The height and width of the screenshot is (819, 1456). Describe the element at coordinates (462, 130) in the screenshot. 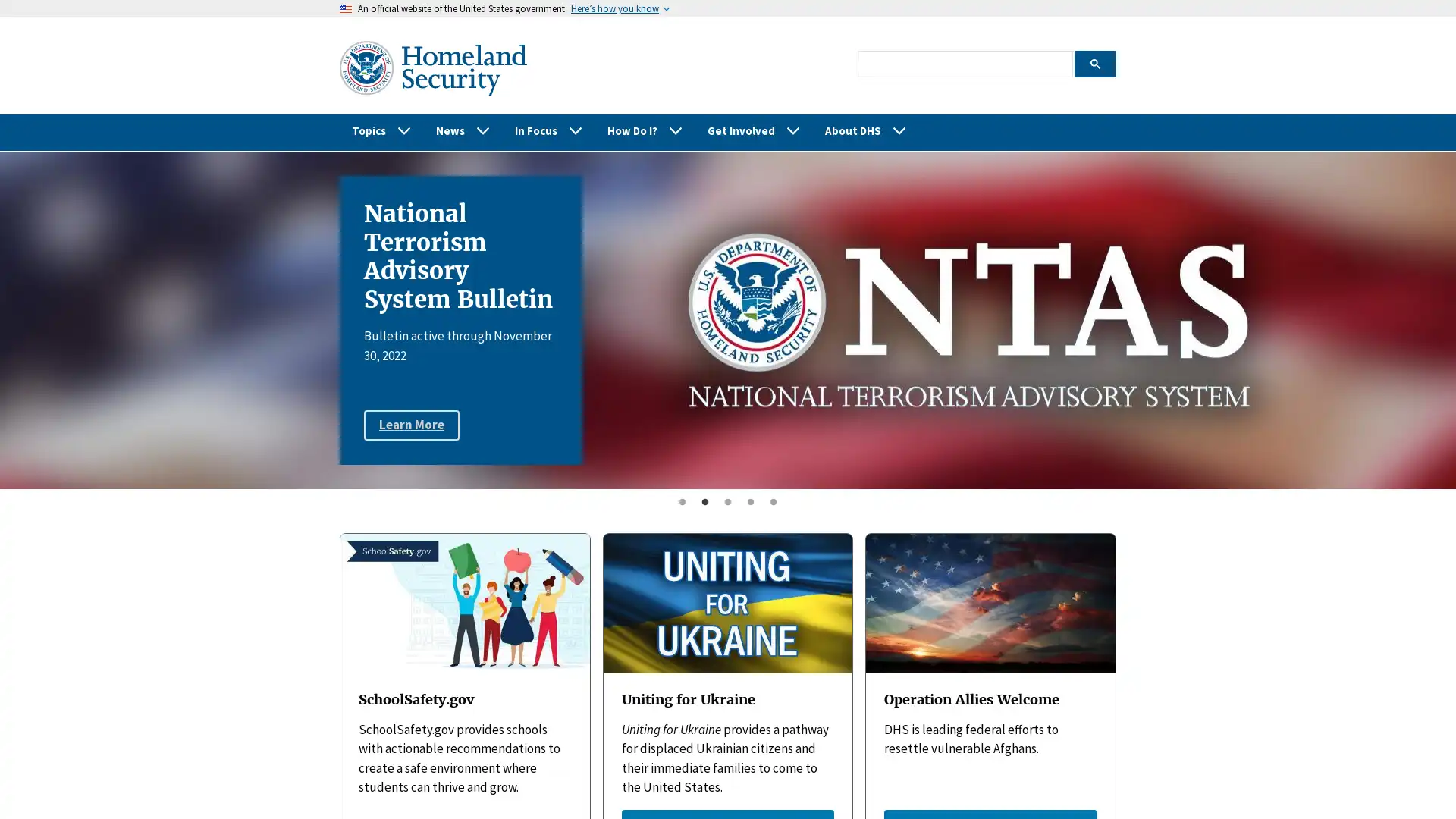

I see `News` at that location.